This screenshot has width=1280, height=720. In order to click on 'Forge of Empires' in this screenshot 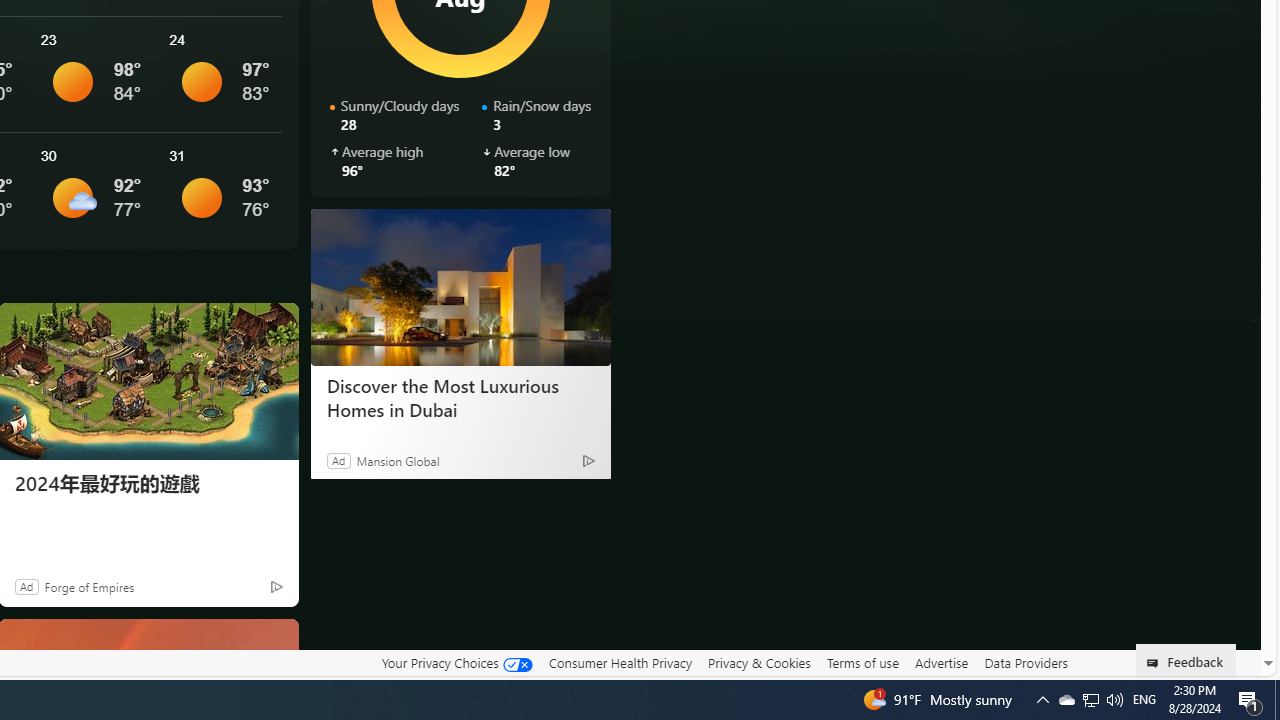, I will do `click(87, 585)`.